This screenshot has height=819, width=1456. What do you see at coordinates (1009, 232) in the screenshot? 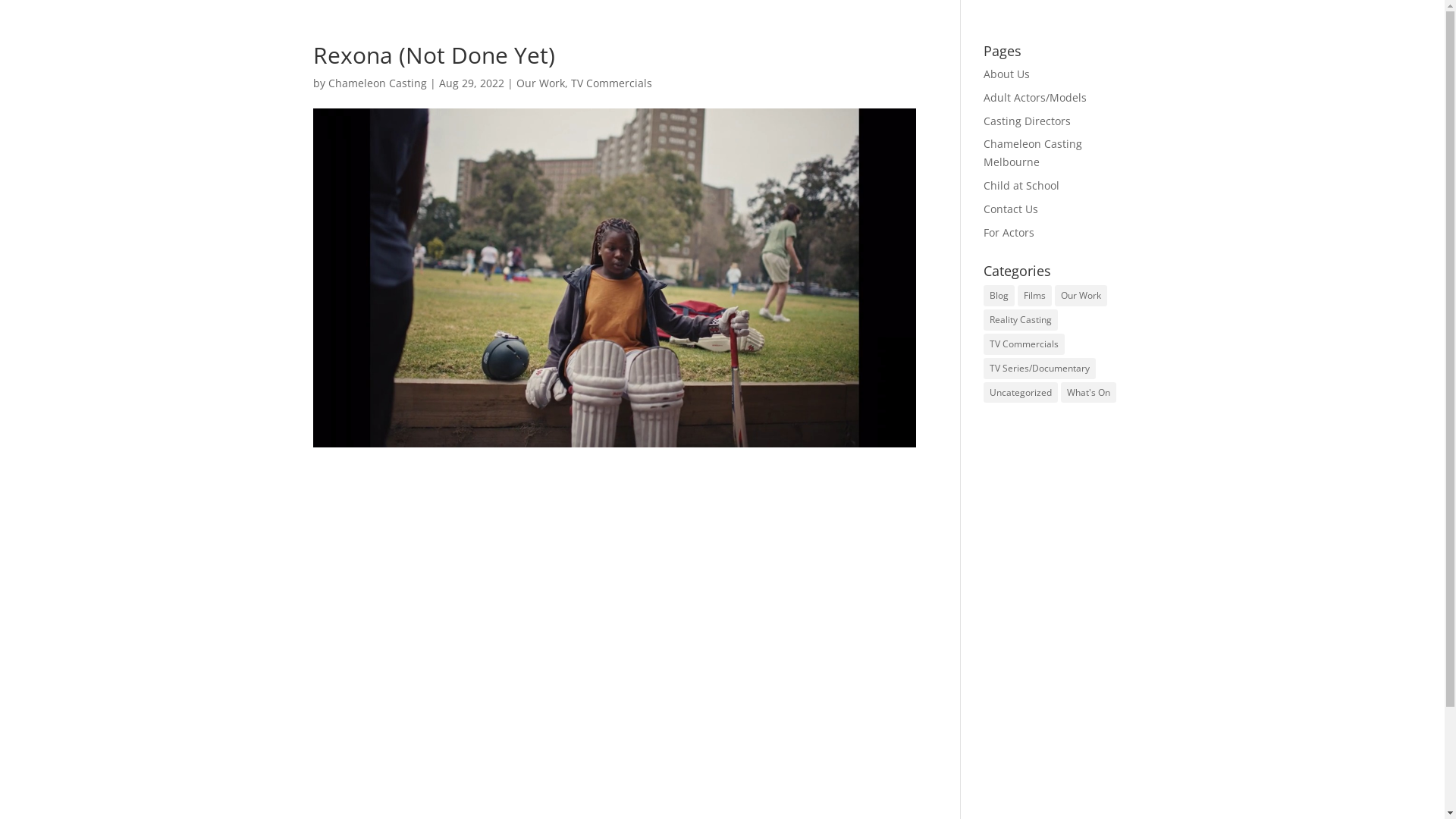
I see `'For Actors'` at bounding box center [1009, 232].